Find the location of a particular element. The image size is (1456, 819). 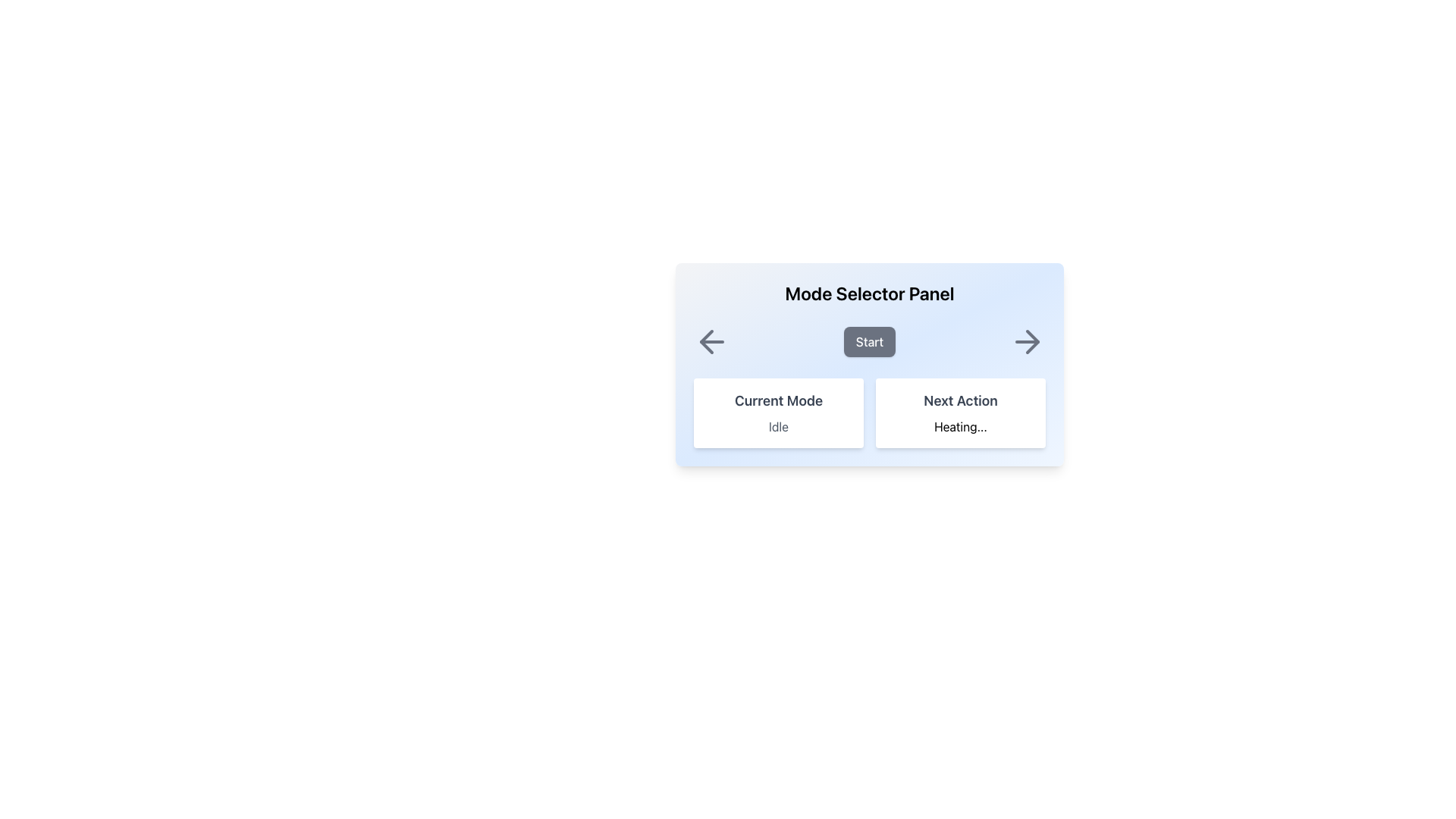

the leftward navigation arrow icon located near the upper-left corner of the mode selector panel is located at coordinates (711, 342).